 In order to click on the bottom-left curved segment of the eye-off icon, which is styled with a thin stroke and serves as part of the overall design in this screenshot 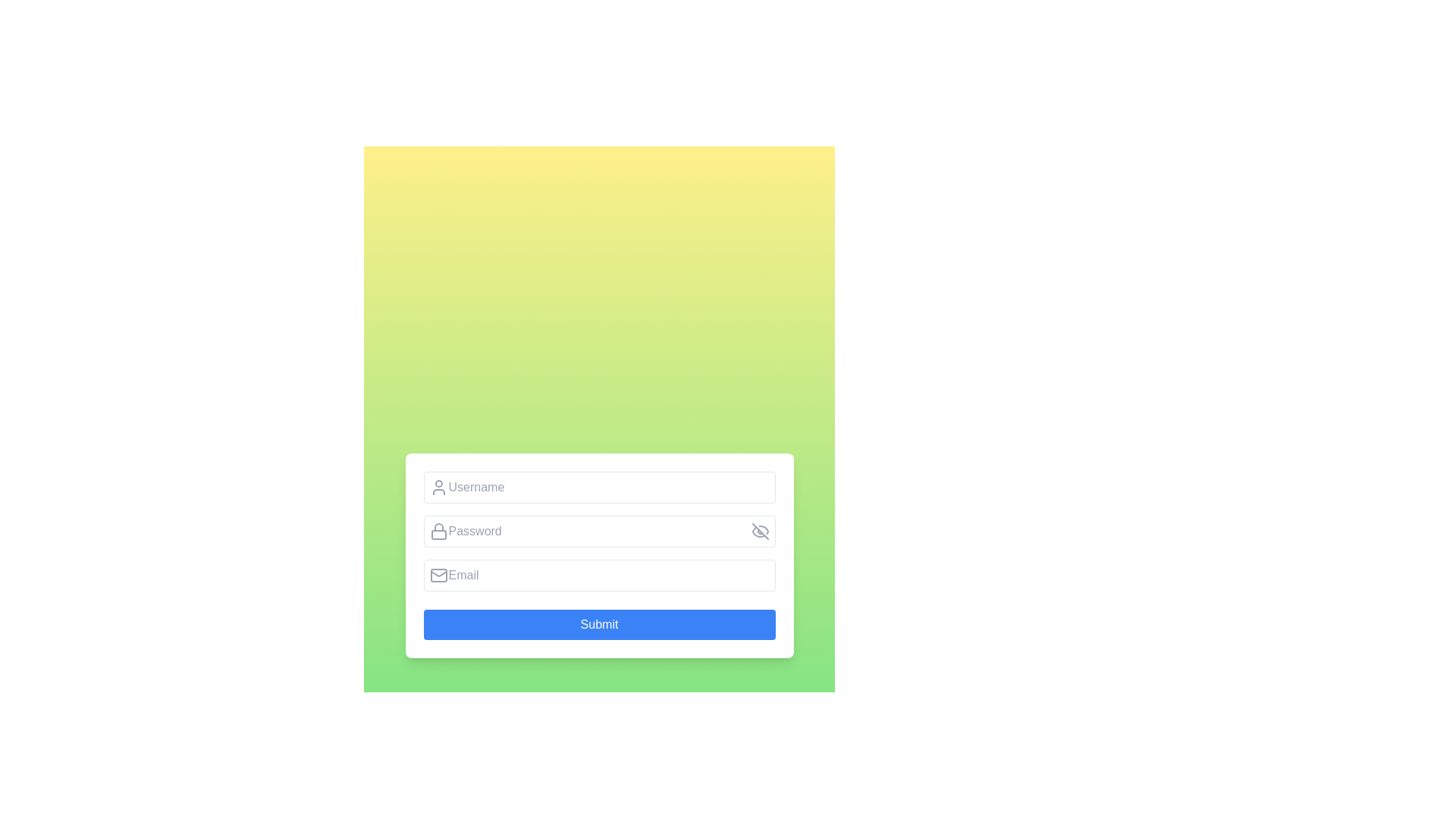, I will do `click(758, 531)`.